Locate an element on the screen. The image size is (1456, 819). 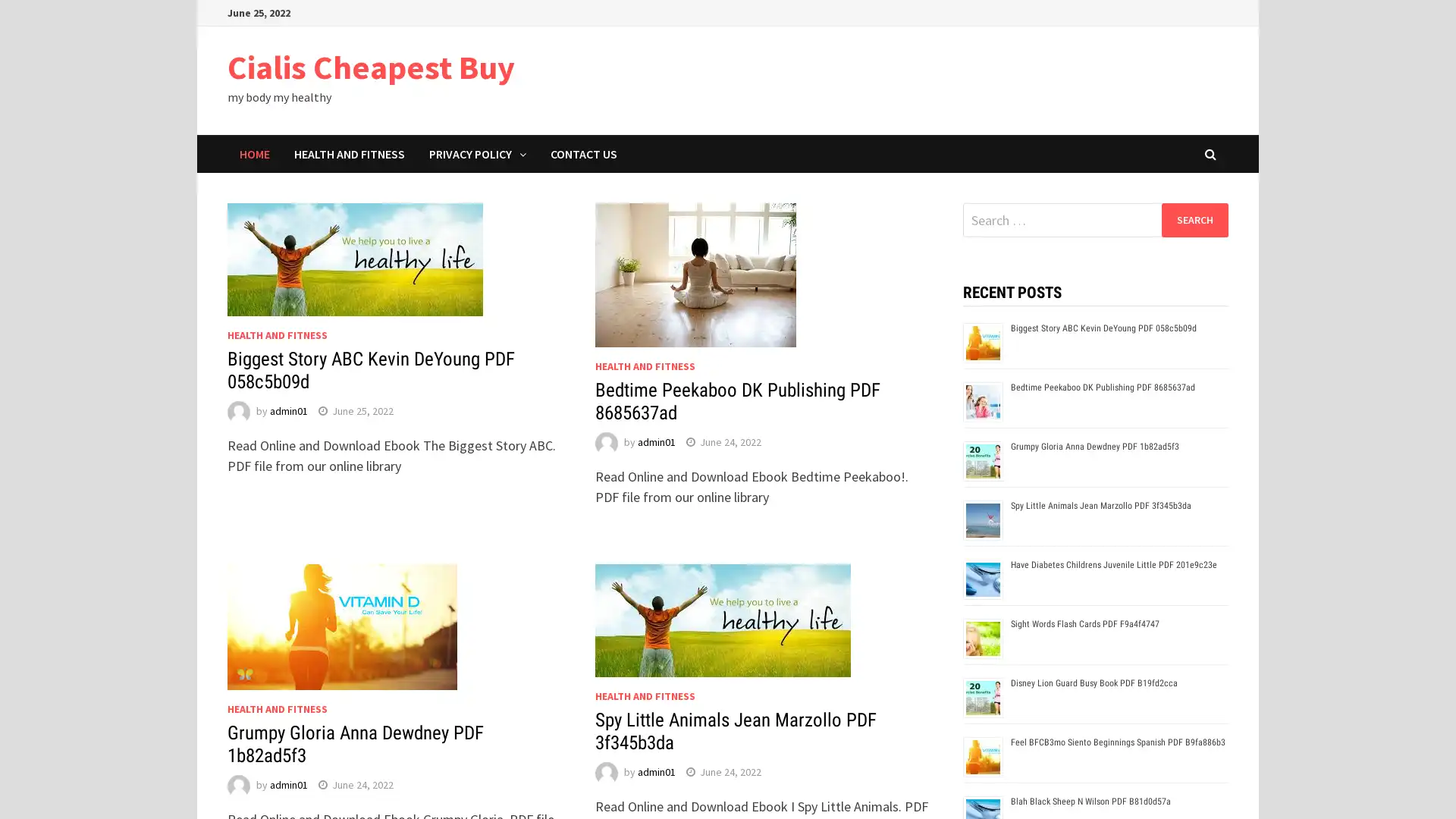
Search is located at coordinates (1194, 219).